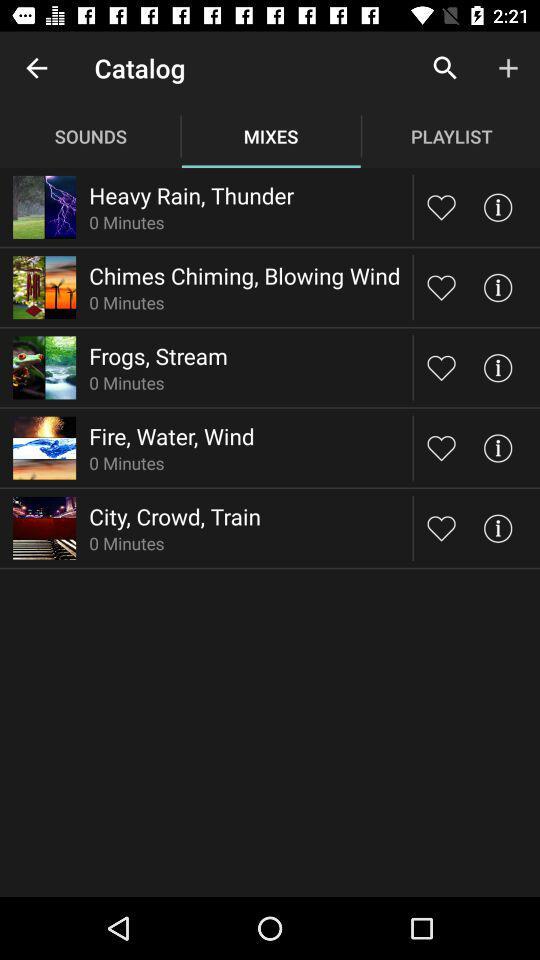 This screenshot has width=540, height=960. I want to click on more information, so click(496, 207).